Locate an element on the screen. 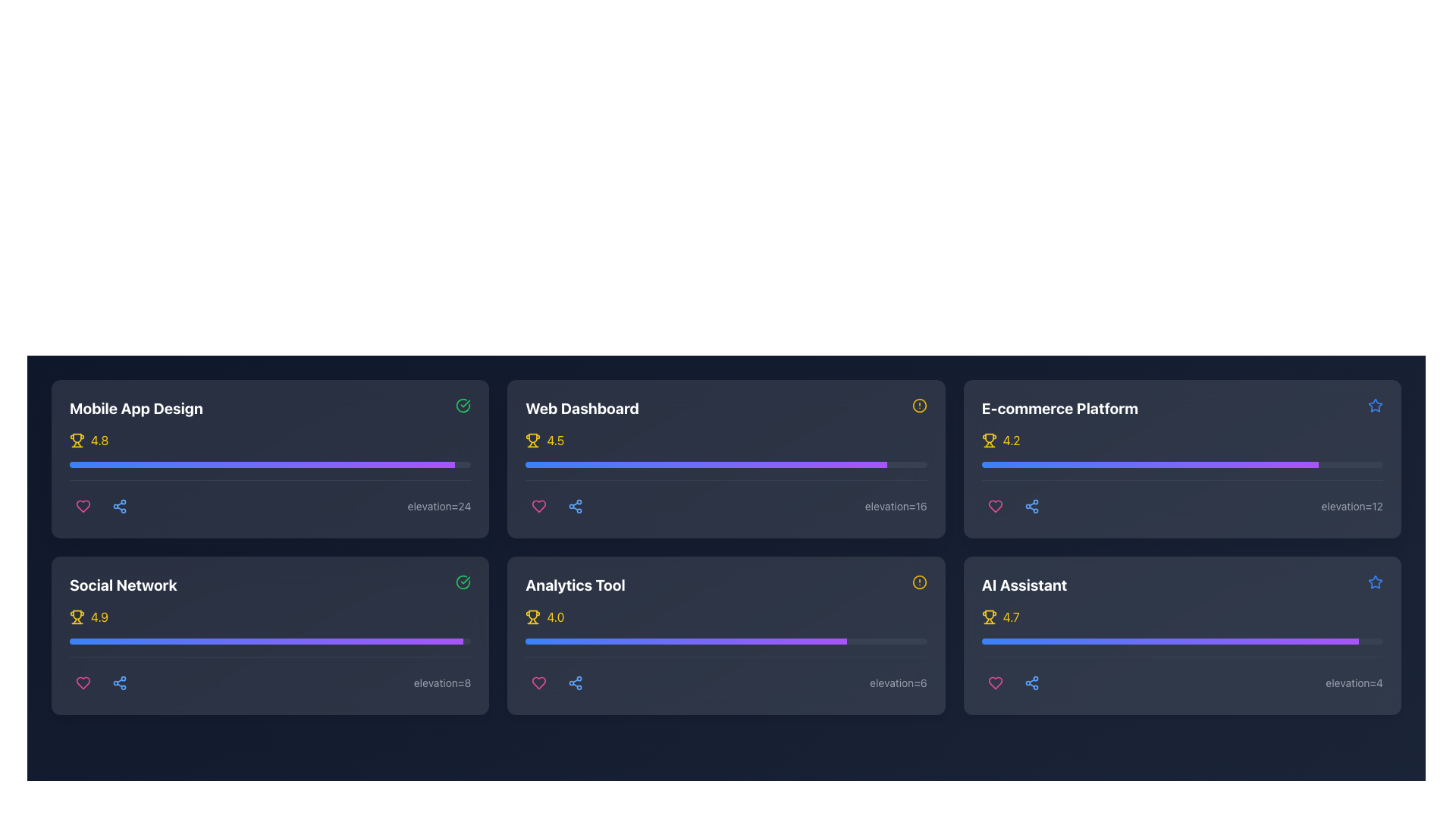 This screenshot has height=819, width=1456. the yellow numeral value '4.7' displayed in the 'AI Assistant' card, which indicates a rating or score is located at coordinates (1011, 617).